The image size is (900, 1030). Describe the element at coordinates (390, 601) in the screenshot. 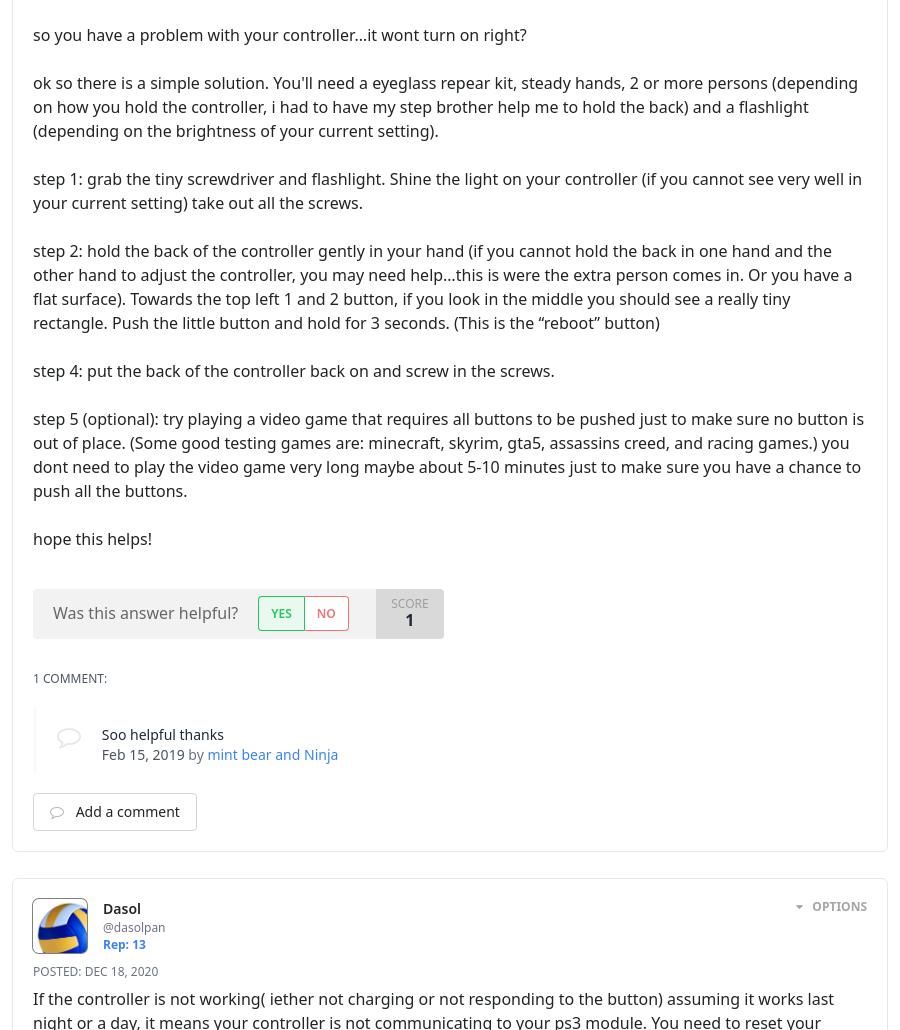

I see `'Score'` at that location.